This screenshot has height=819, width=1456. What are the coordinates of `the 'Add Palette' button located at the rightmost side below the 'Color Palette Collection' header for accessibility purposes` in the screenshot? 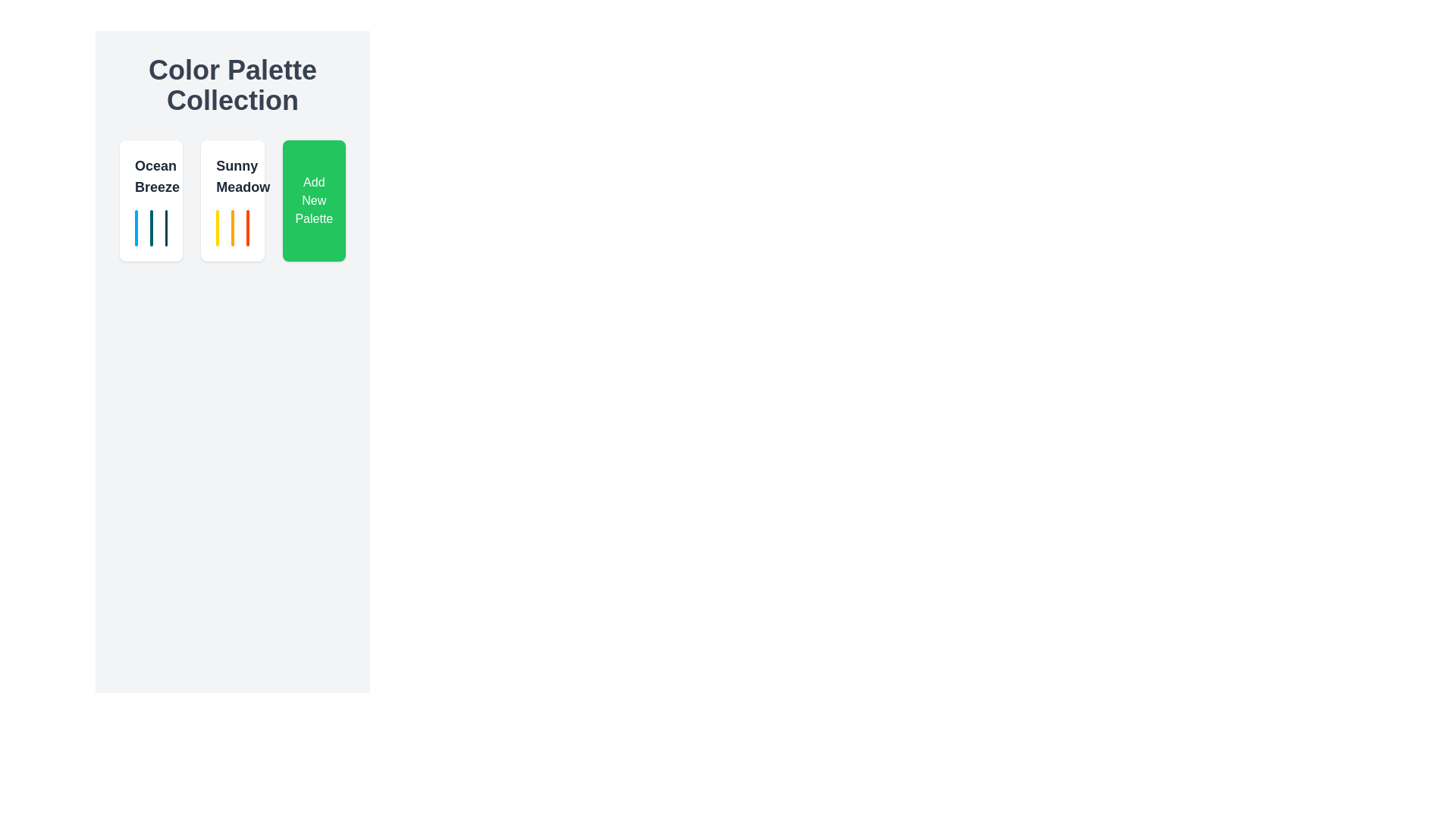 It's located at (313, 200).